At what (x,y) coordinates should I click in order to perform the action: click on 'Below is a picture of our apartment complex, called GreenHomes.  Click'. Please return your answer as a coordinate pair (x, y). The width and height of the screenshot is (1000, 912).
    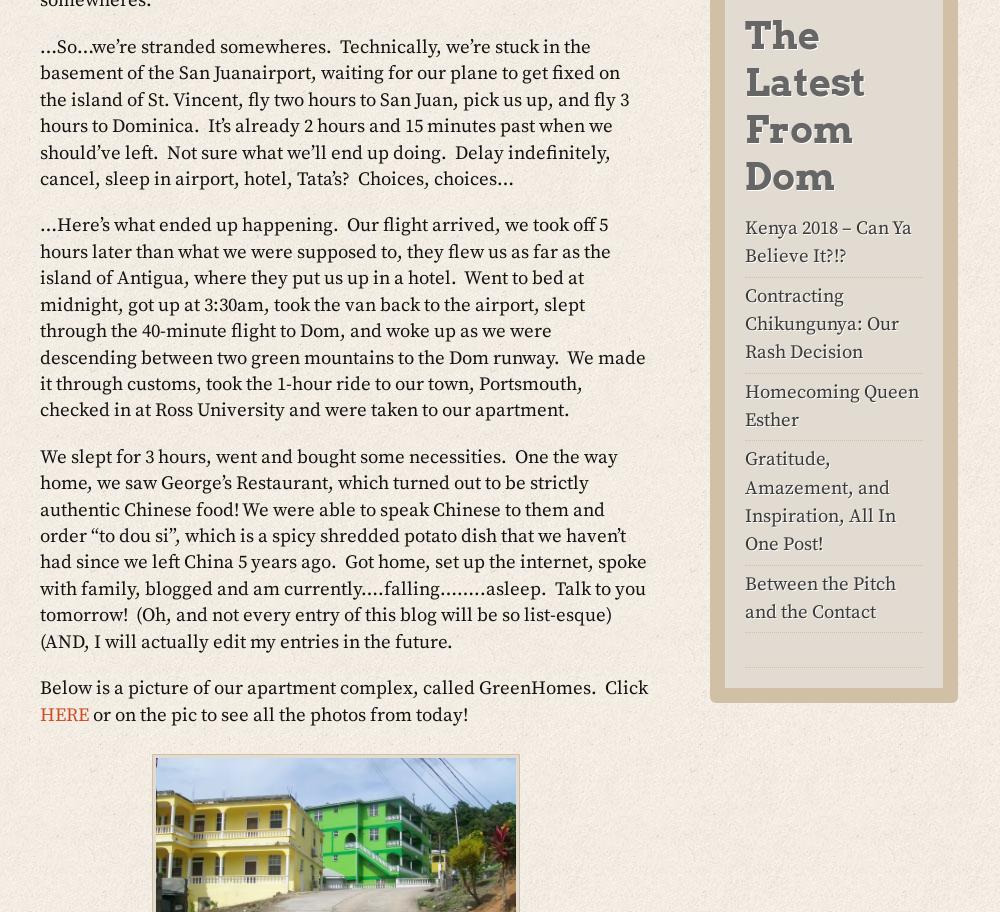
    Looking at the image, I should click on (40, 688).